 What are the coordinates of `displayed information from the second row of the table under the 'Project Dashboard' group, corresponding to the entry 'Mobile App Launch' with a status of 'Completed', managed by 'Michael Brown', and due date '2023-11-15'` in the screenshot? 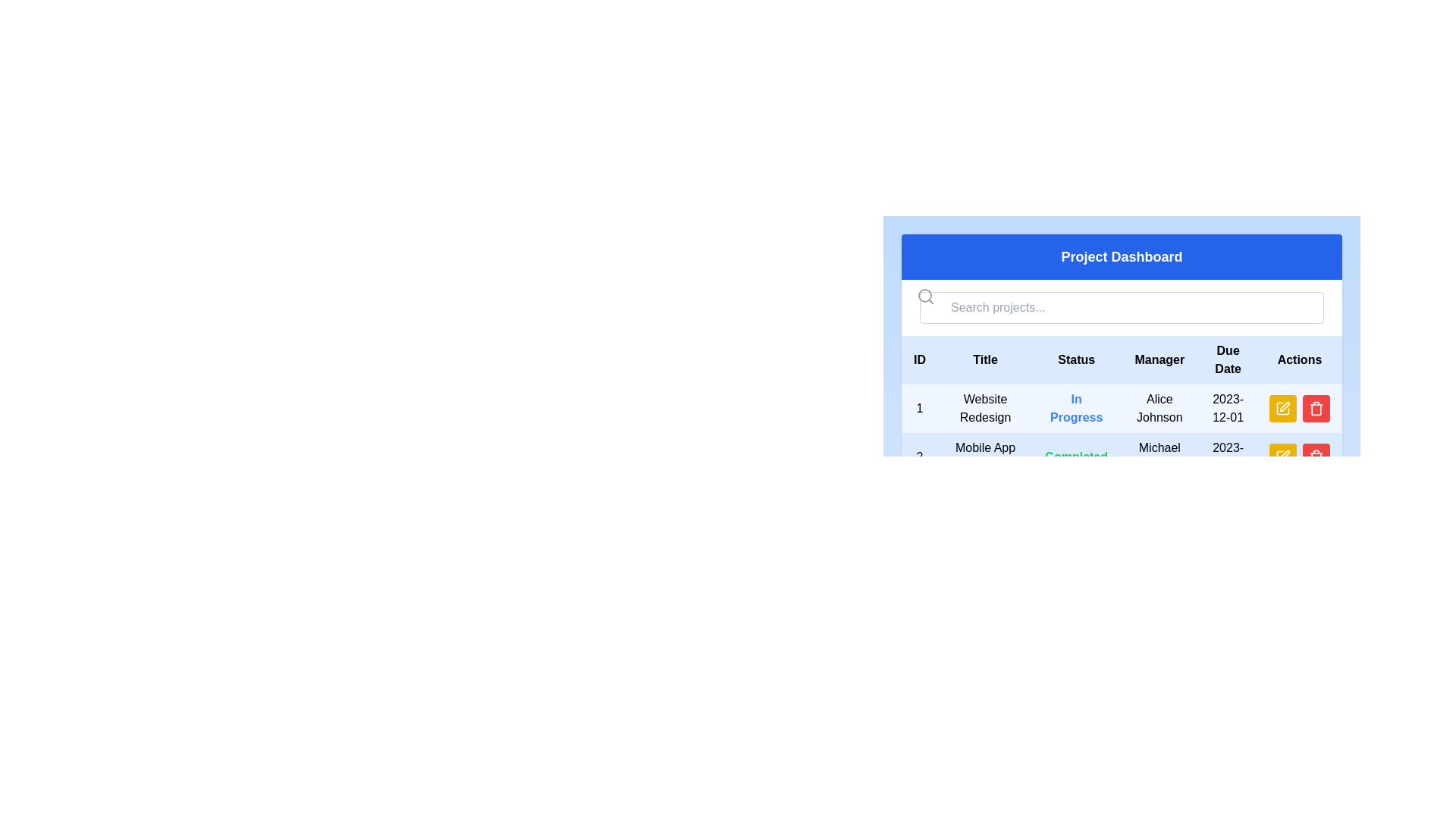 It's located at (1122, 456).